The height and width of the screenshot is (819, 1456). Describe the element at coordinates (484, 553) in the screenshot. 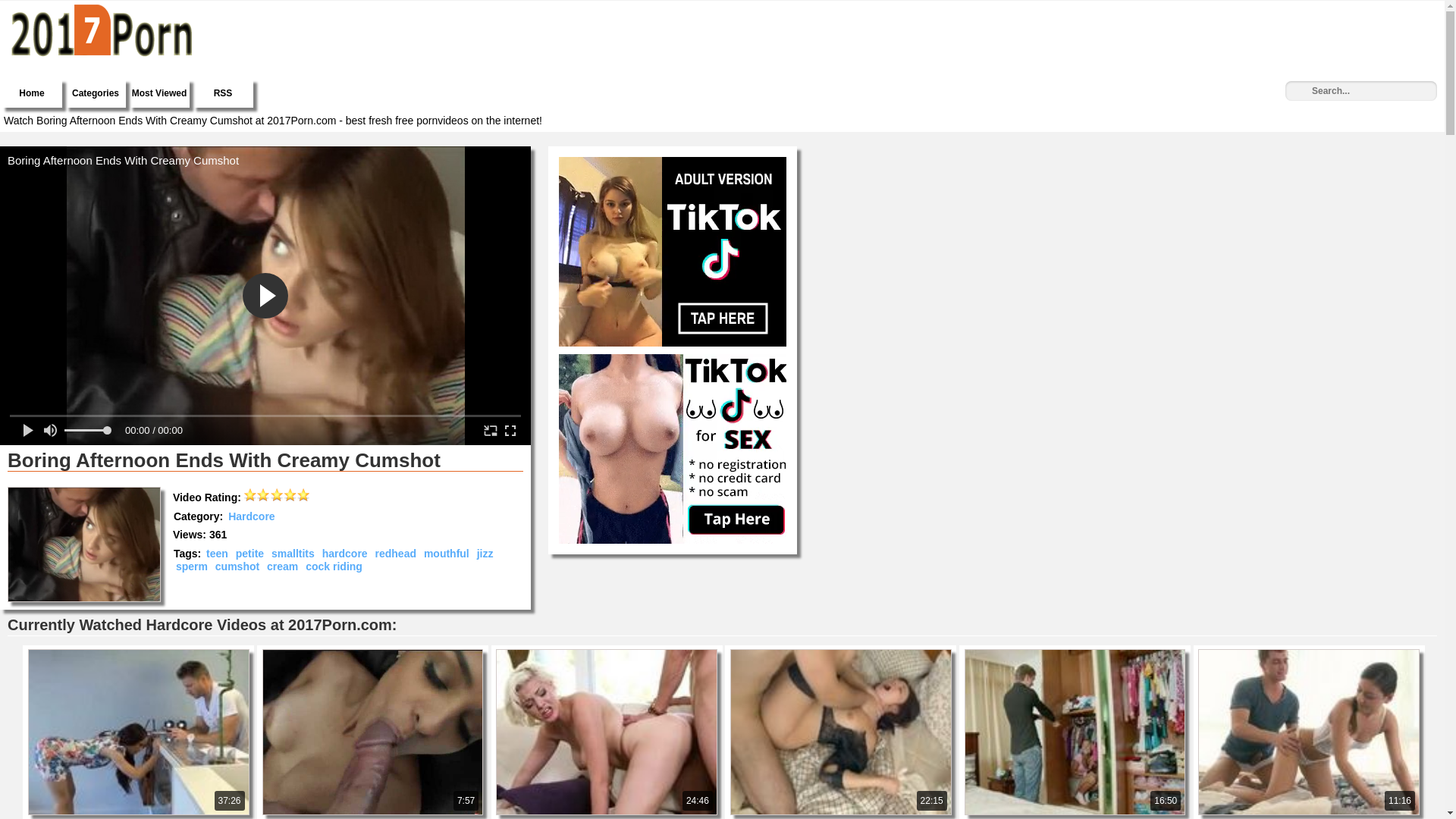

I see `'jizz'` at that location.